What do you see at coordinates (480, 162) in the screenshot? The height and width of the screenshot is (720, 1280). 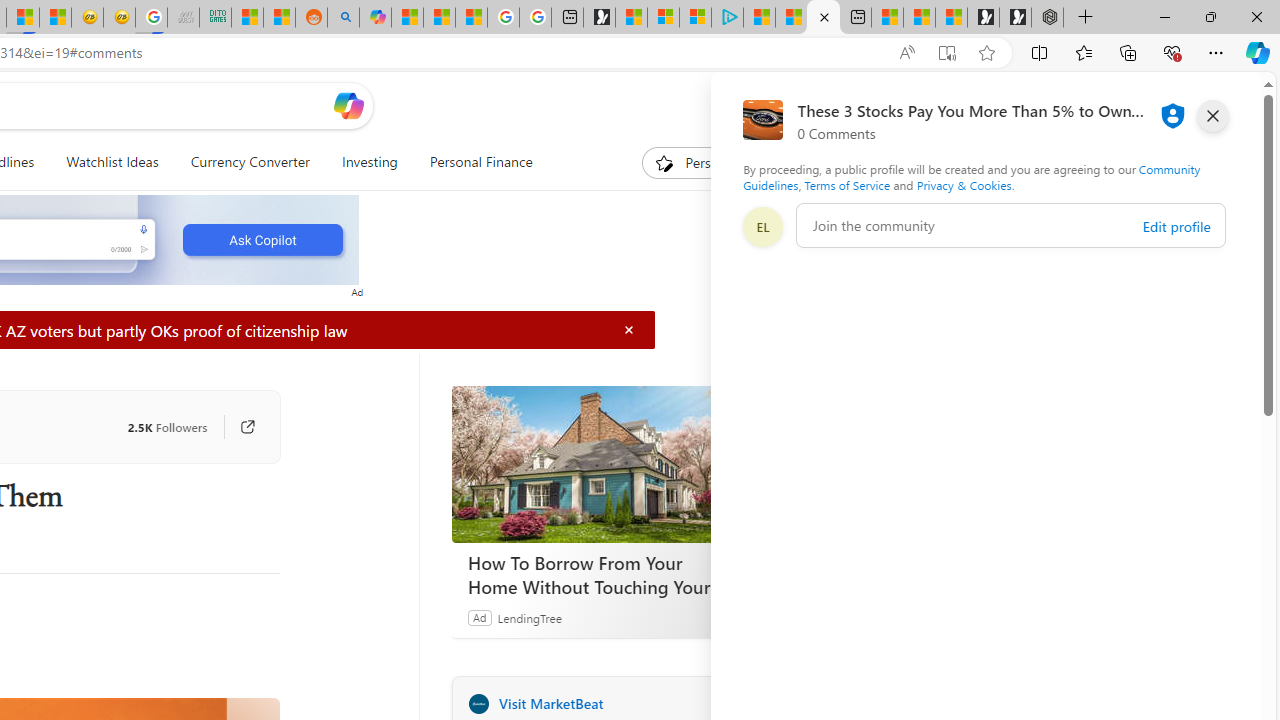 I see `'Personal Finance'` at bounding box center [480, 162].